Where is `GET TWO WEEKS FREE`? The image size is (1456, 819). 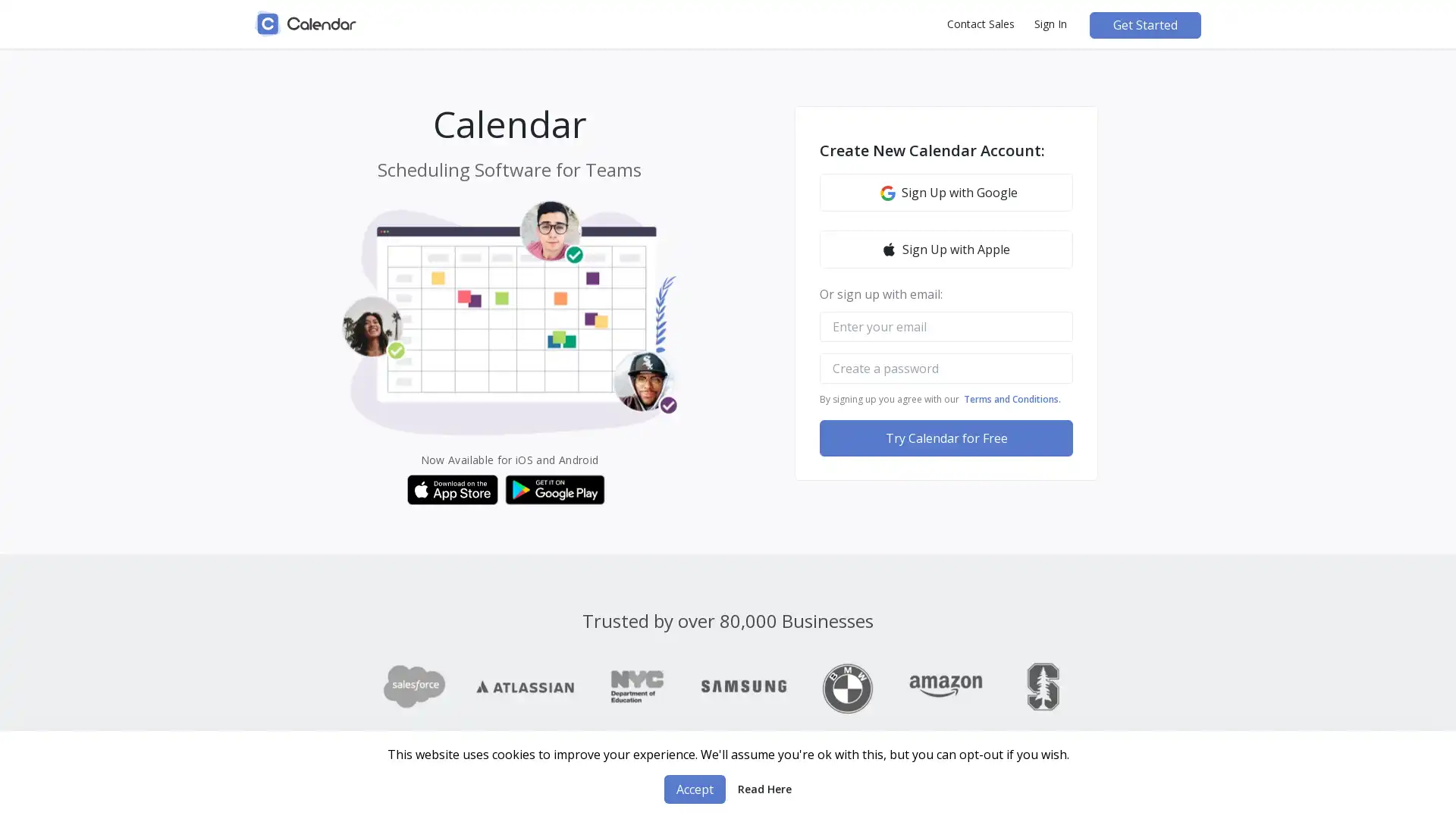
GET TWO WEEKS FREE is located at coordinates (833, 452).